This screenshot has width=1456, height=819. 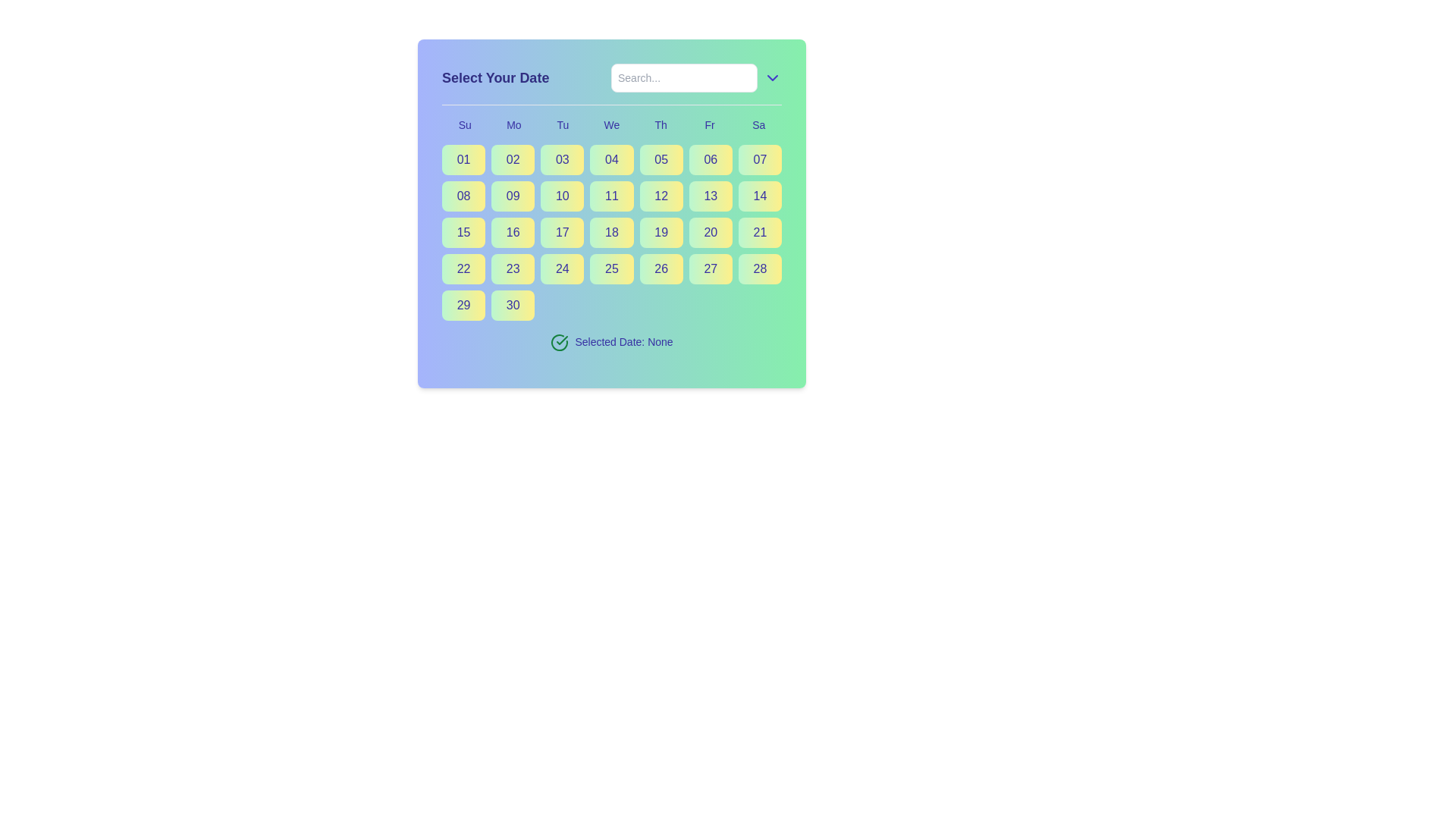 I want to click on the Friday text label, which is the sixth item in a horizontal grid of day abbreviations, positioned between 'Th' and 'Sa', so click(x=709, y=124).